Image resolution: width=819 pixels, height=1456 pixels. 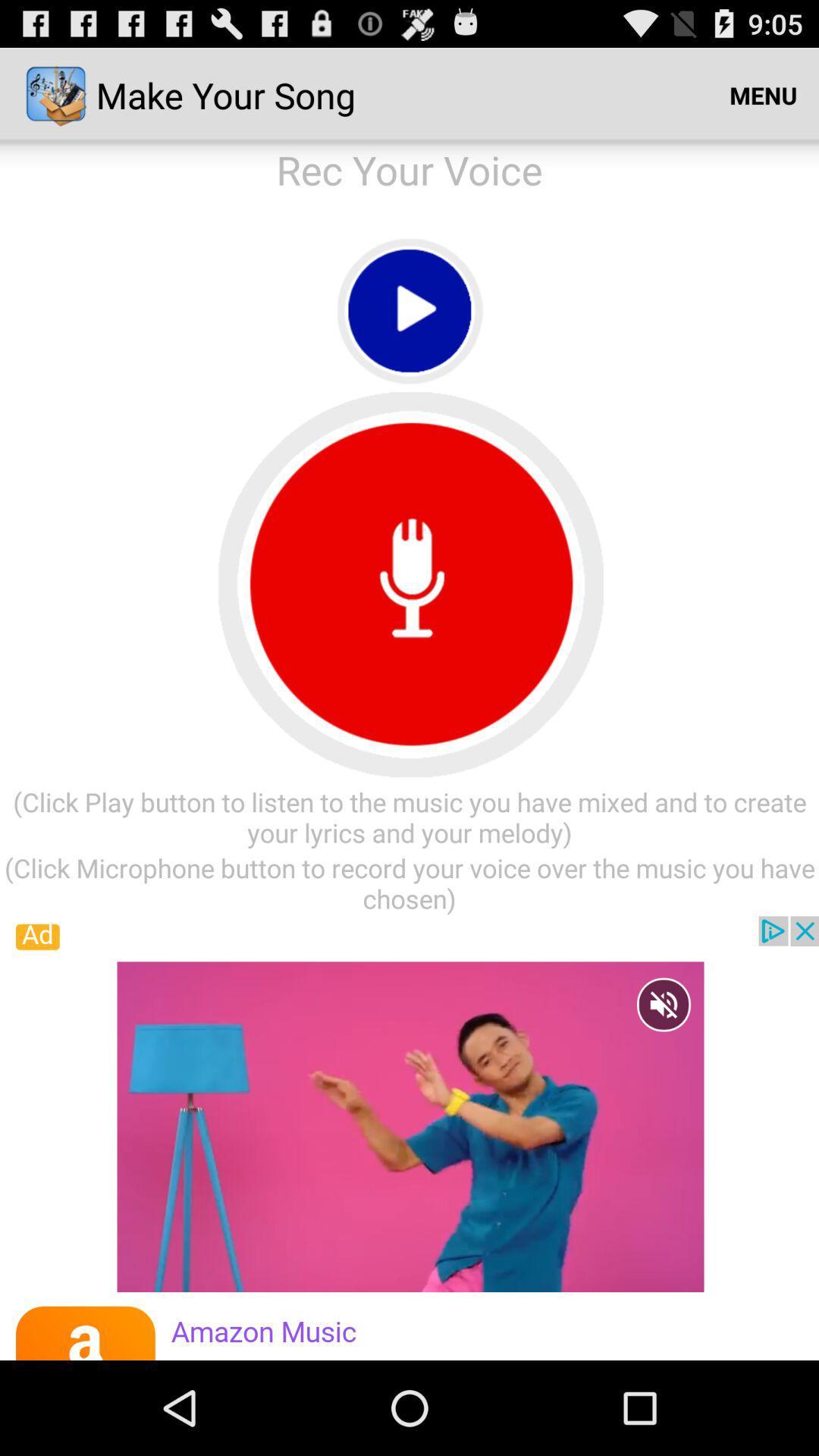 What do you see at coordinates (408, 332) in the screenshot?
I see `the play icon` at bounding box center [408, 332].